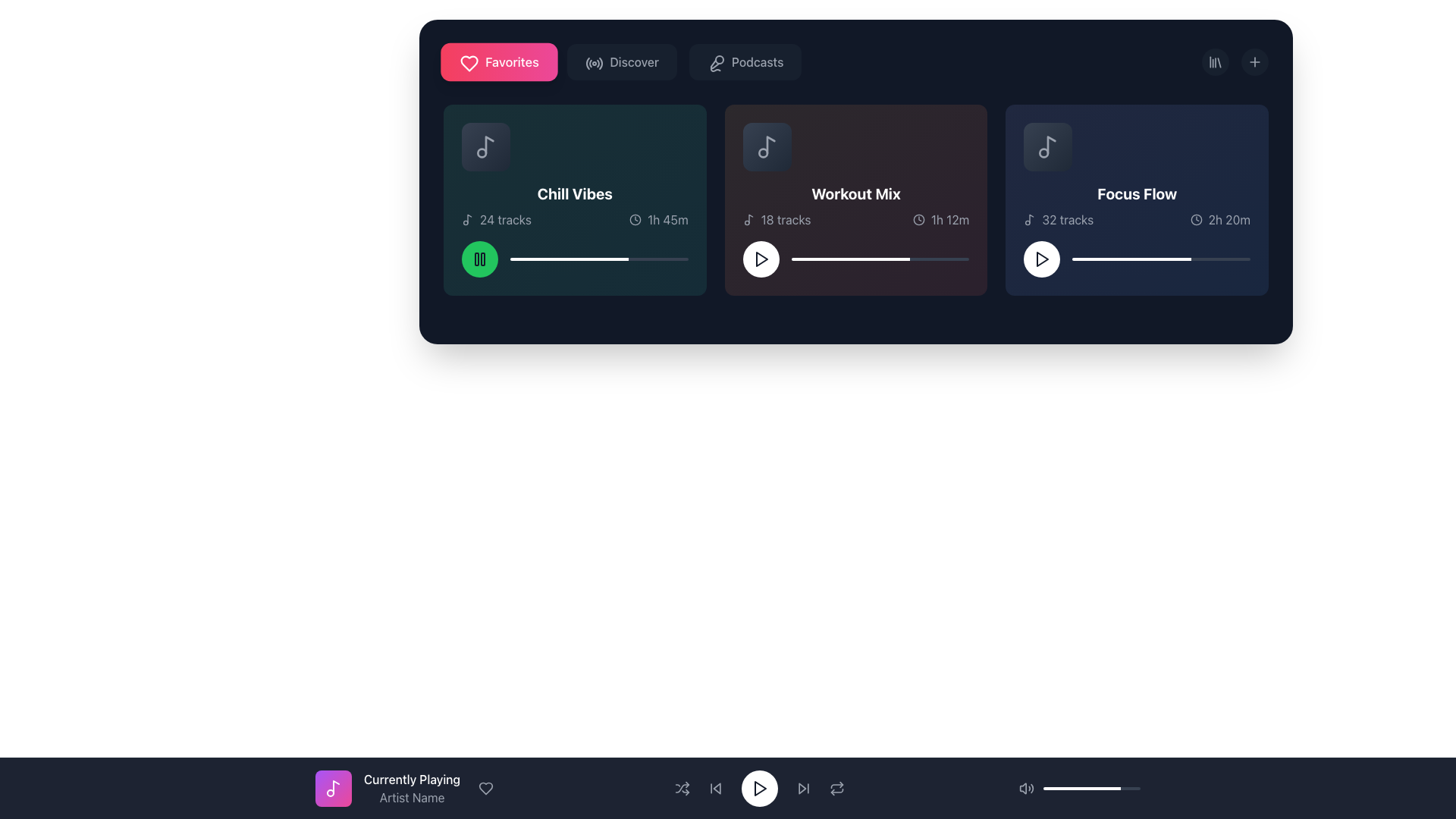 This screenshot has width=1456, height=819. What do you see at coordinates (407, 788) in the screenshot?
I see `the heart icon on the Informative component located at the bottom-left corner of the interface to like the track` at bounding box center [407, 788].